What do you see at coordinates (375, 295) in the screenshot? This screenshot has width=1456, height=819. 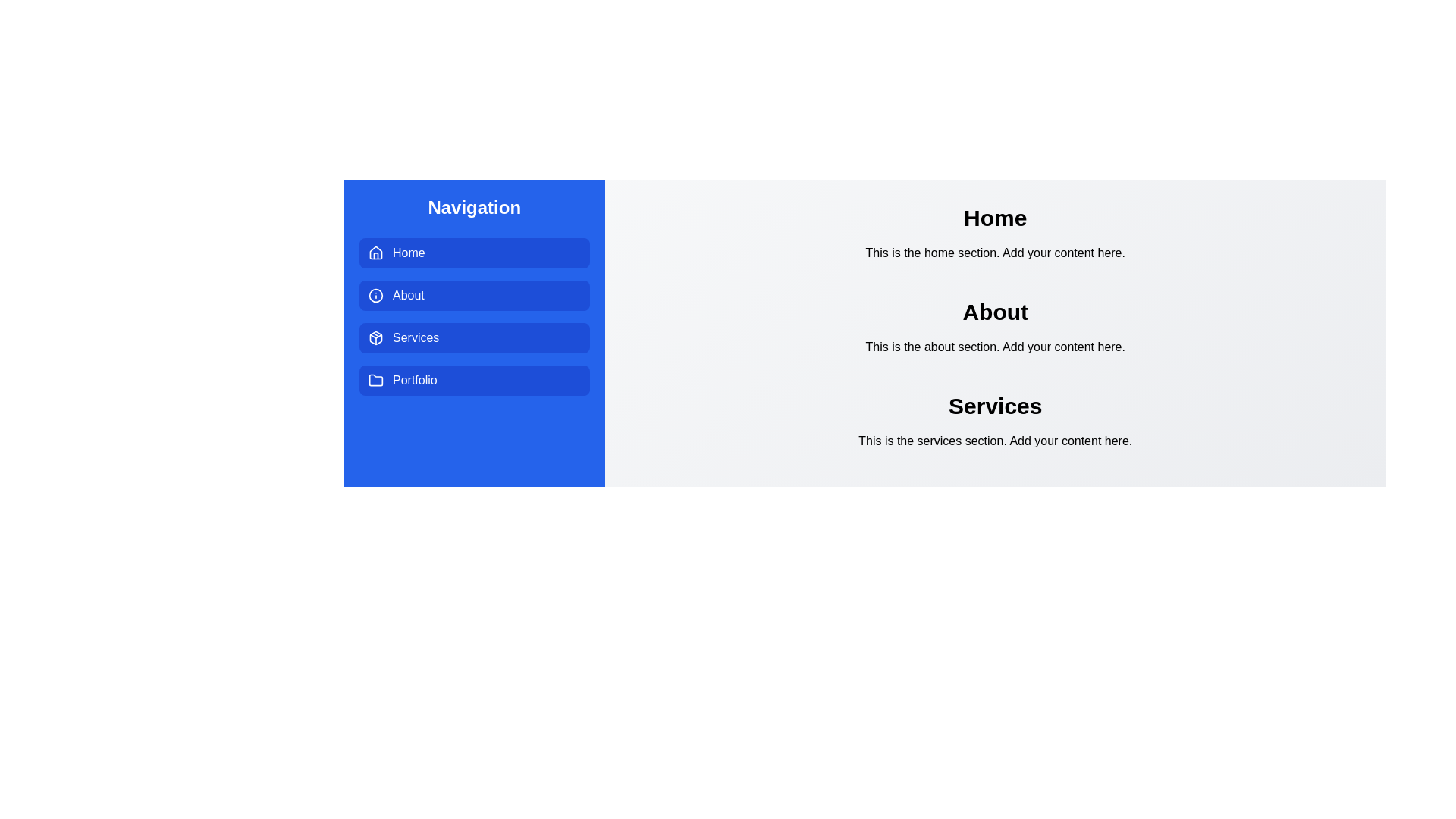 I see `the 'About' icon located in the navigation menu on the left side of the page` at bounding box center [375, 295].